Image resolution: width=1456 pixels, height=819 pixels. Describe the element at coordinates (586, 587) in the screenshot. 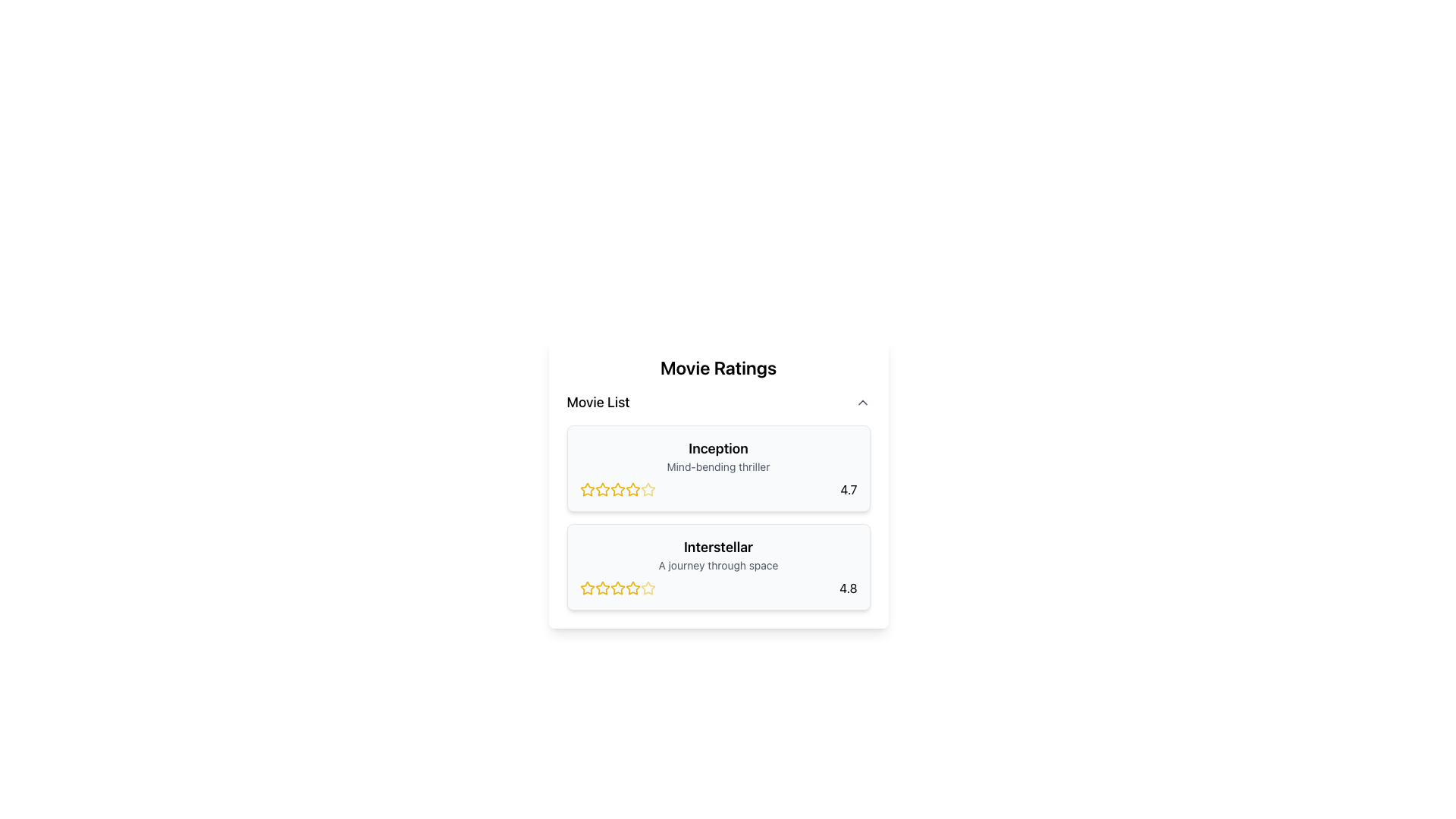

I see `the first golden star icon in the rating system for the movie 'Interstellar', located in the second row under the title 'Interstellar'` at that location.